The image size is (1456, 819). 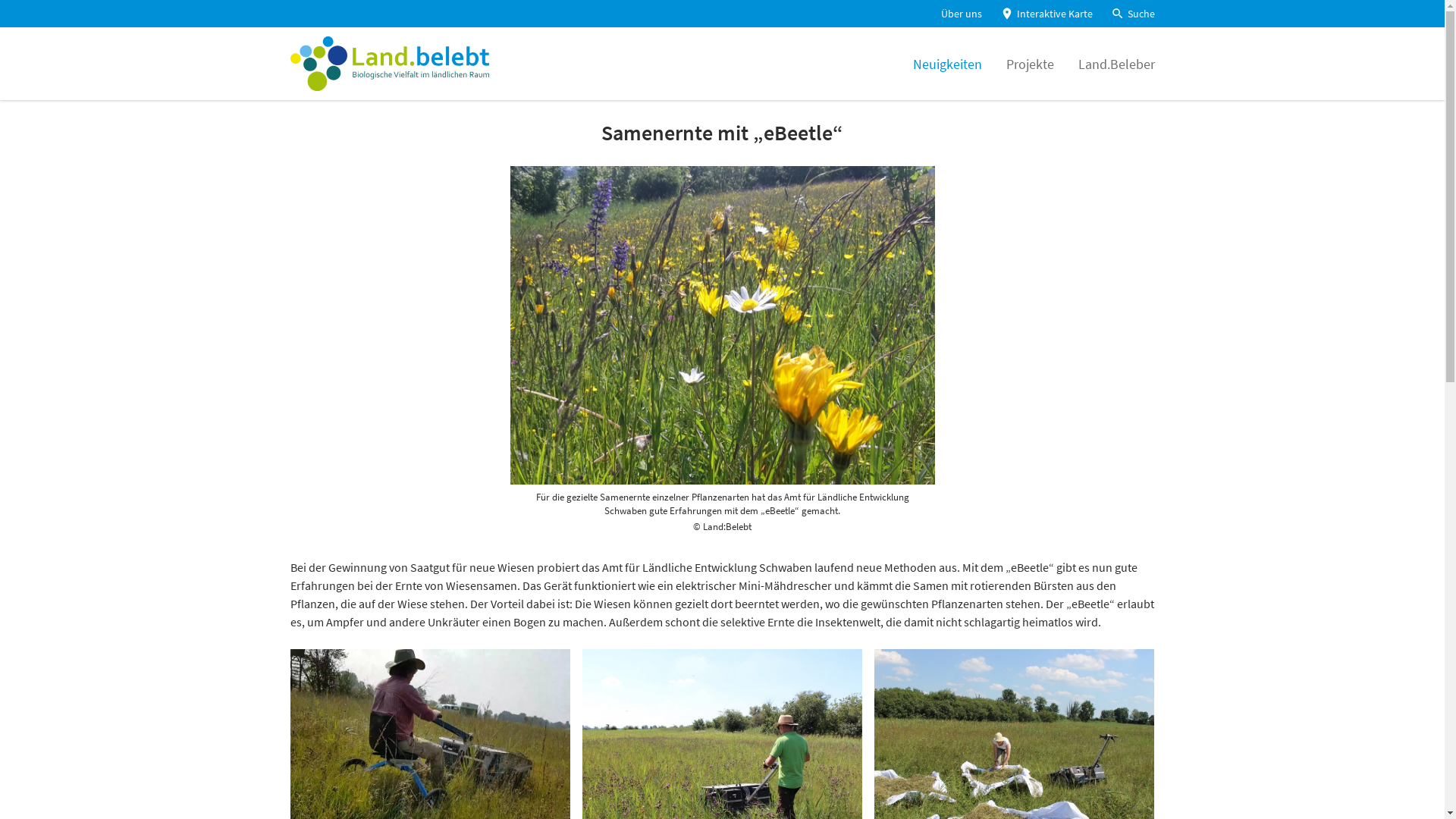 What do you see at coordinates (1005, 62) in the screenshot?
I see `'Projekte'` at bounding box center [1005, 62].